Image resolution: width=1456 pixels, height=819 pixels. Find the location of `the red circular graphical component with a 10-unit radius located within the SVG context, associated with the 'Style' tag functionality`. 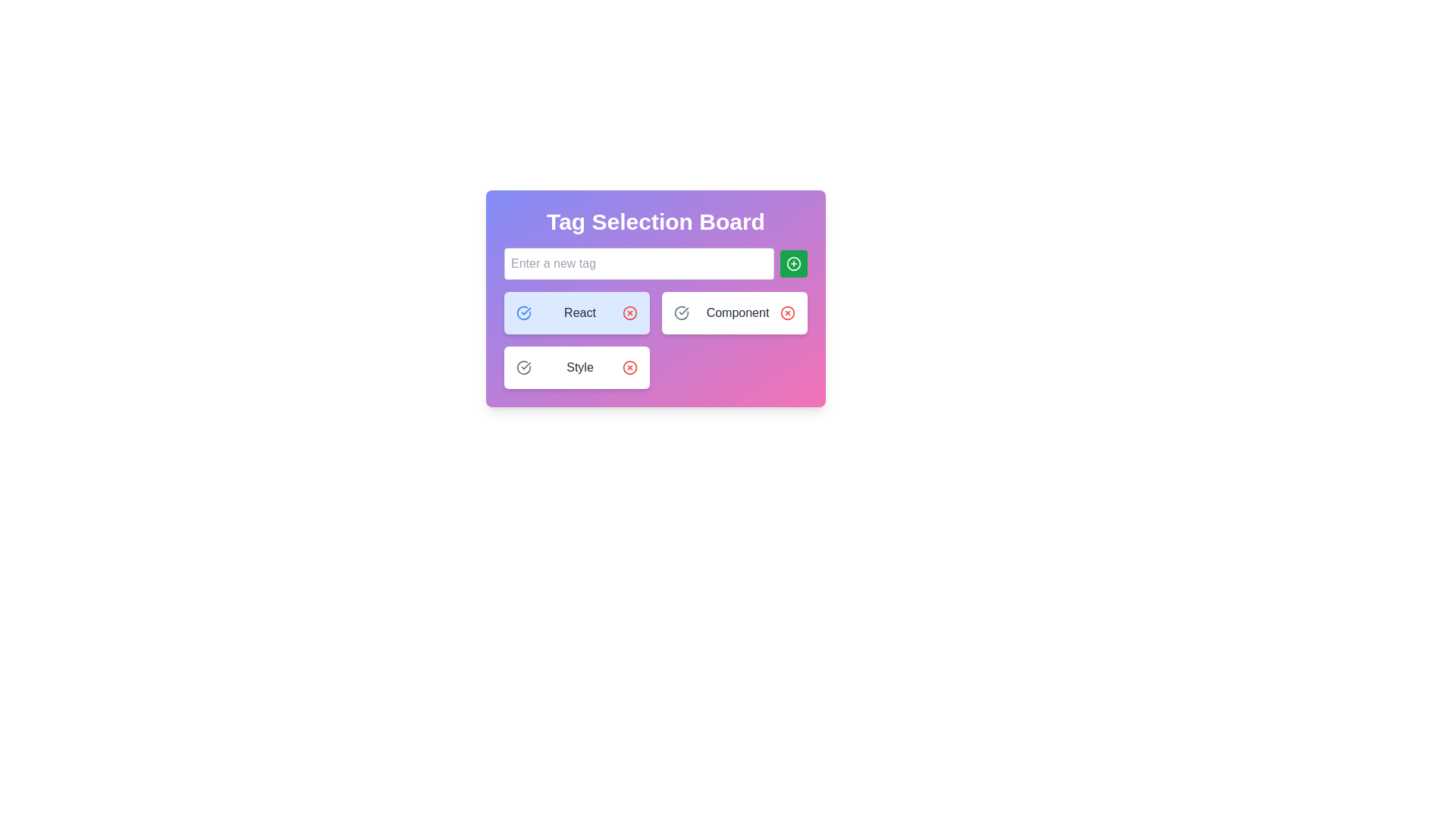

the red circular graphical component with a 10-unit radius located within the SVG context, associated with the 'Style' tag functionality is located at coordinates (629, 368).